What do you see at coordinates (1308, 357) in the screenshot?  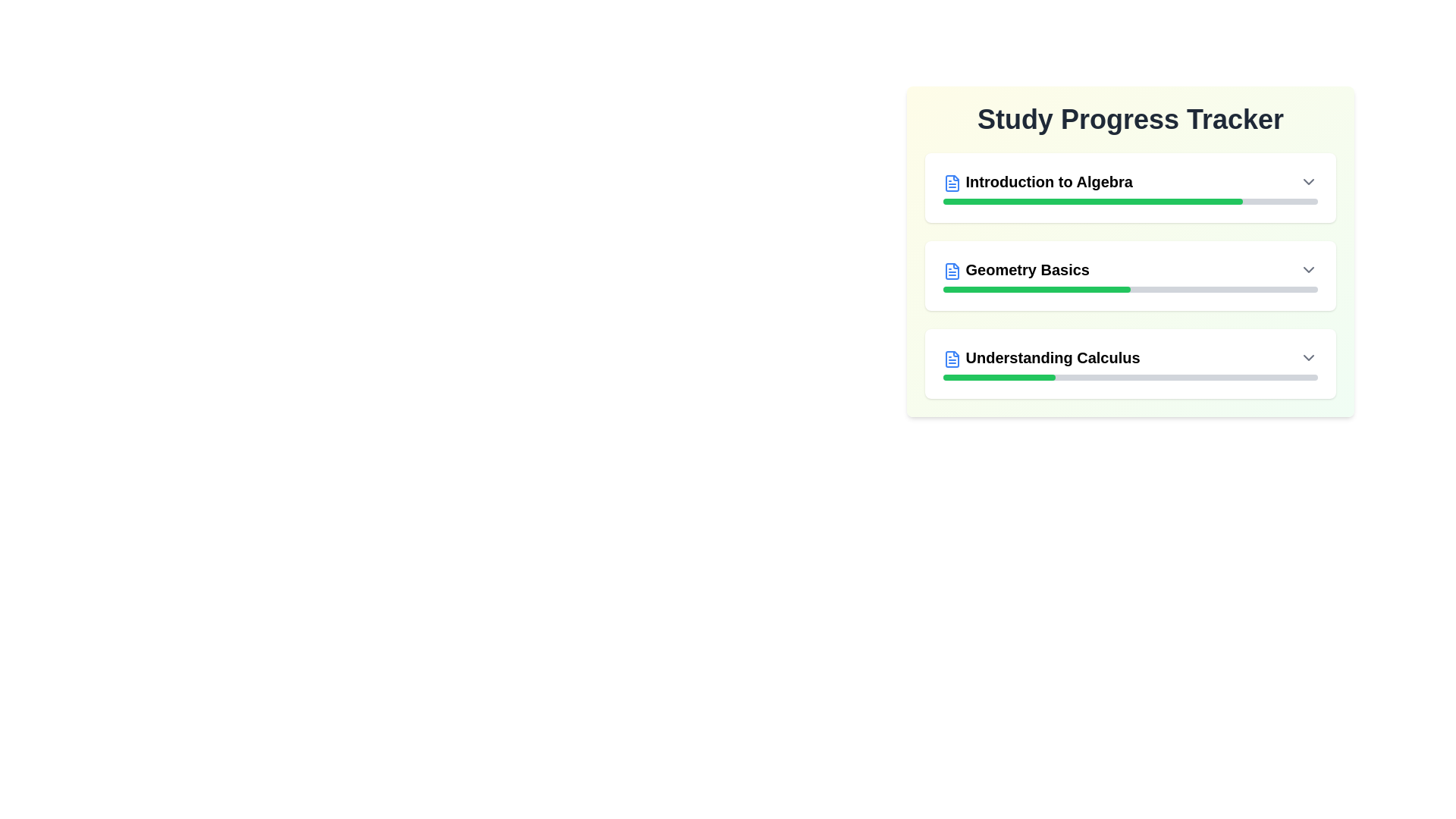 I see `the interactive dropdown toggle icon, represented as a downward-facing chevron, located at the far right of the row containing 'Understanding Calculus'` at bounding box center [1308, 357].